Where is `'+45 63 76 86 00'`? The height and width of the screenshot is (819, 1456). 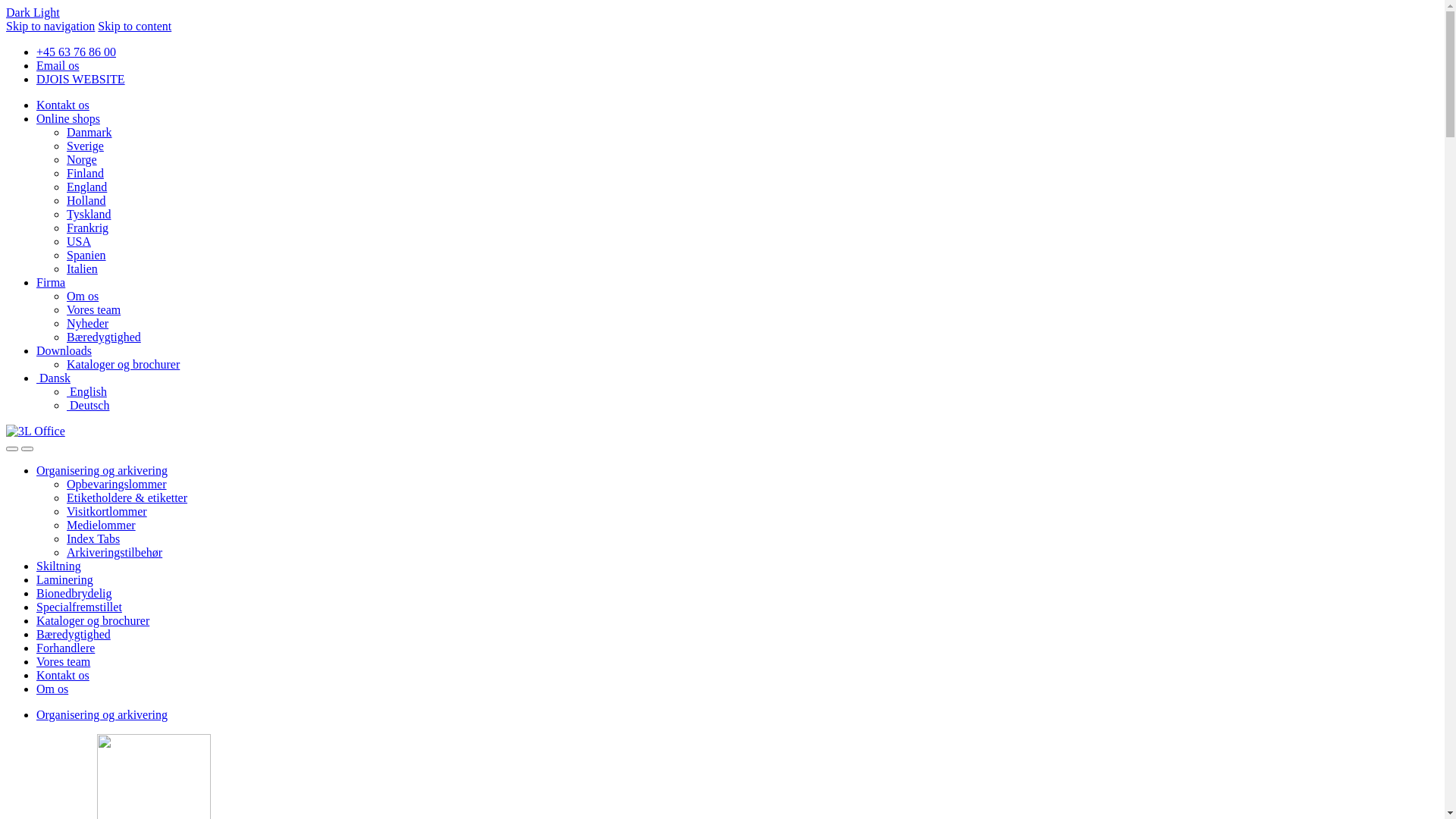
'+45 63 76 86 00' is located at coordinates (75, 51).